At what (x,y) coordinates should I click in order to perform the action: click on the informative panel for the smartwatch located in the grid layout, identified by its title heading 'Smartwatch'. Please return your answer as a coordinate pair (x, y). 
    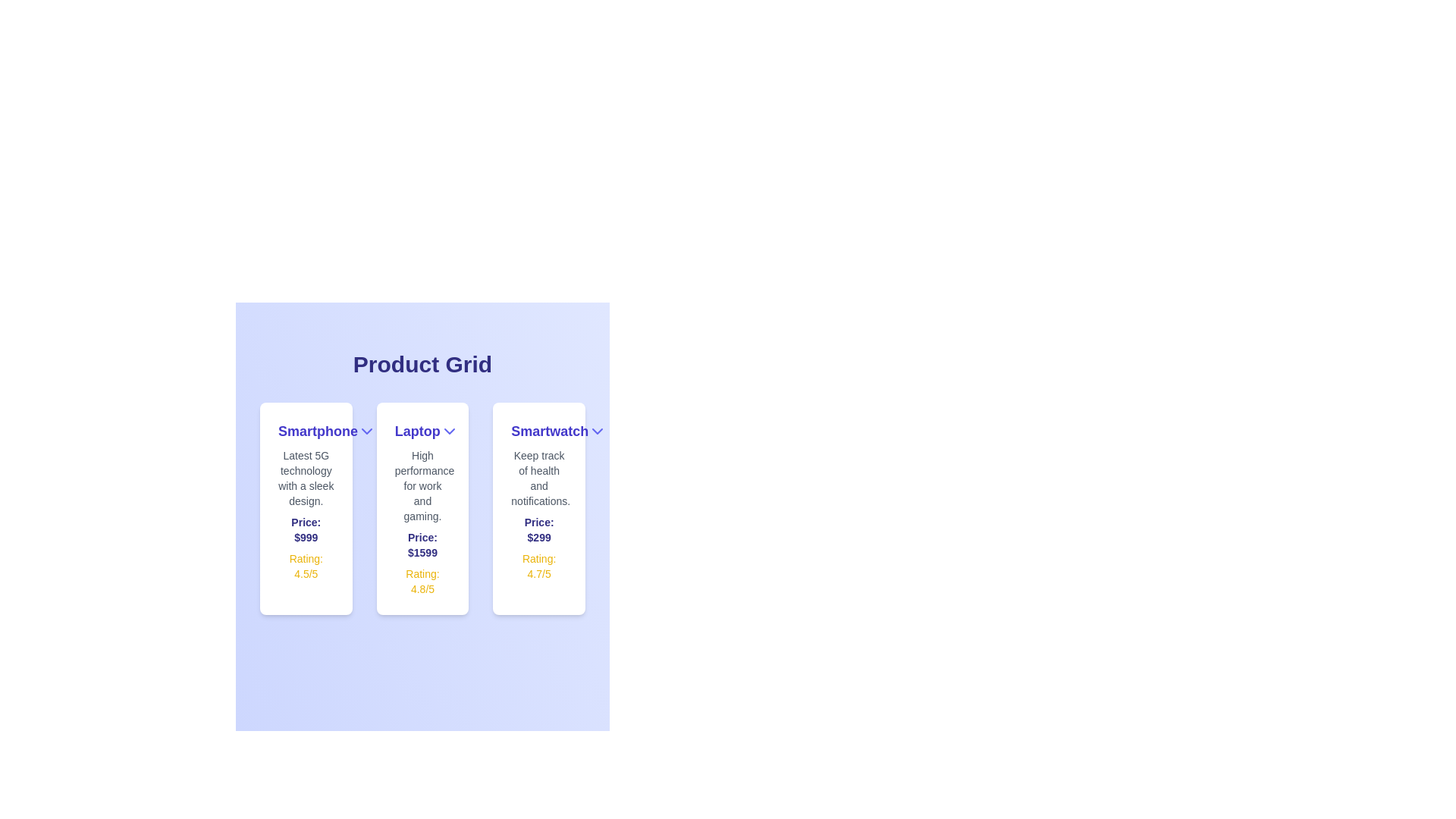
    Looking at the image, I should click on (539, 509).